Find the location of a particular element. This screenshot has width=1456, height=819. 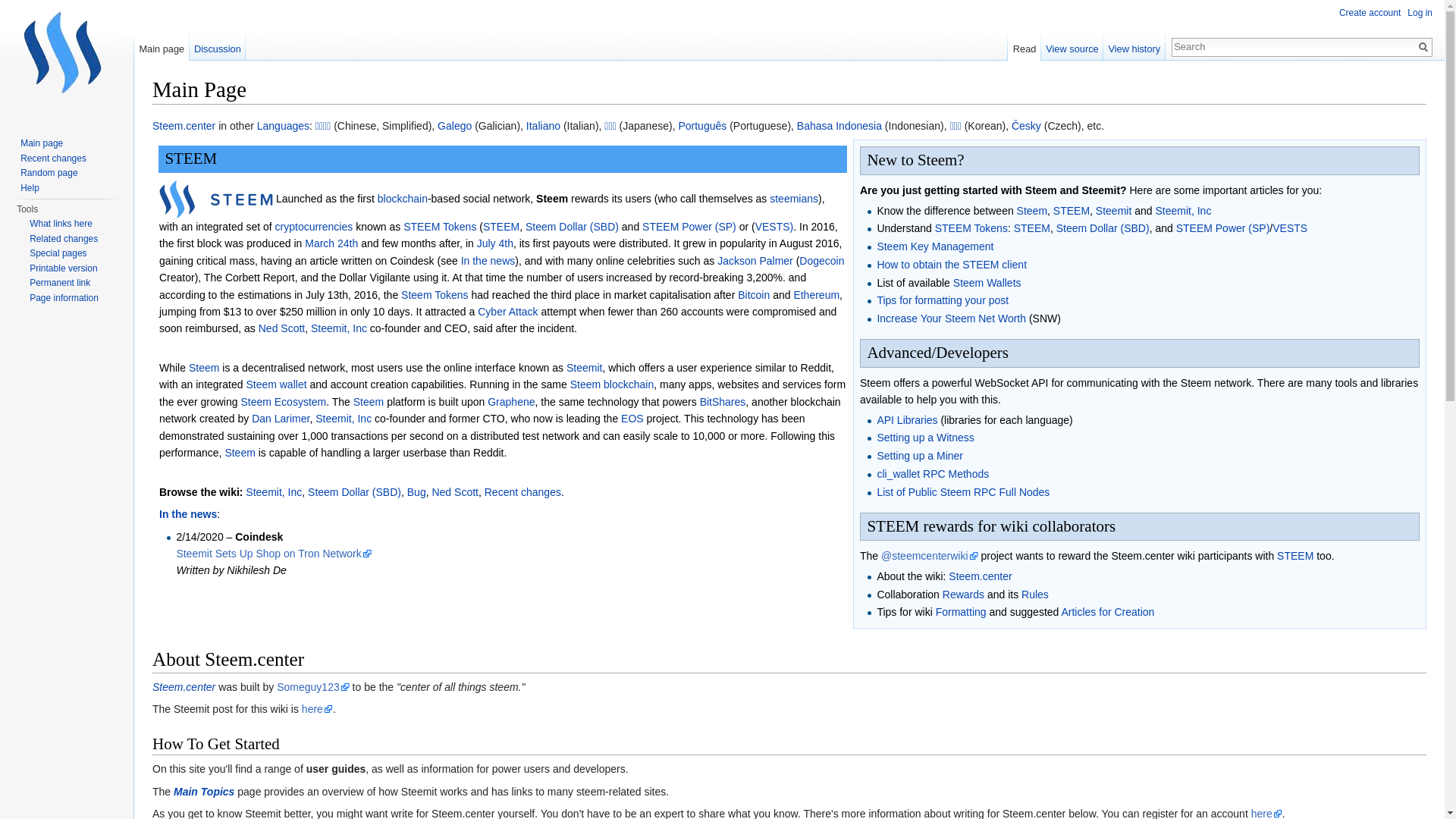

'Galego' is located at coordinates (436, 124).